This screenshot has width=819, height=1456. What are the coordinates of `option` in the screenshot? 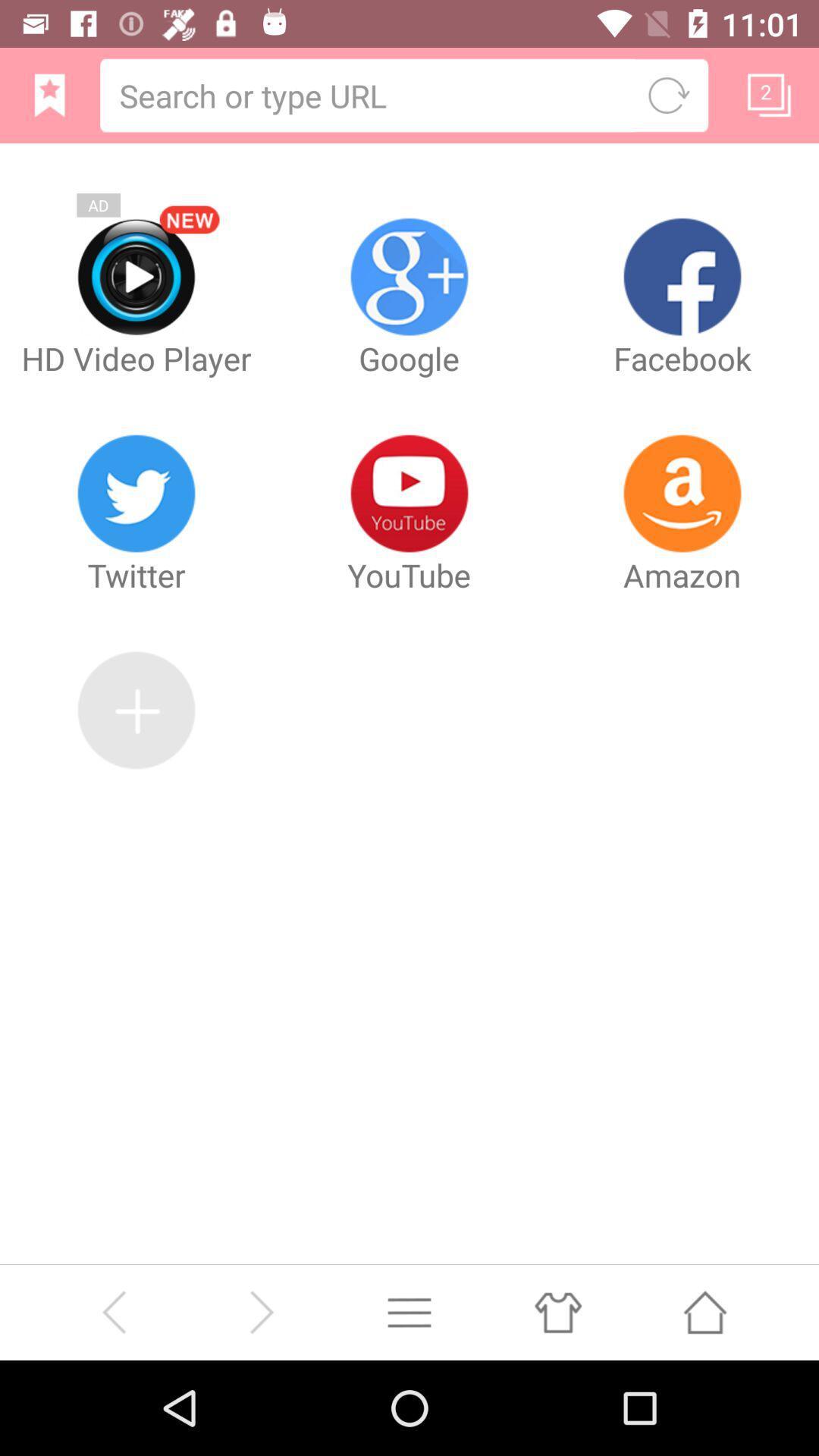 It's located at (409, 1311).